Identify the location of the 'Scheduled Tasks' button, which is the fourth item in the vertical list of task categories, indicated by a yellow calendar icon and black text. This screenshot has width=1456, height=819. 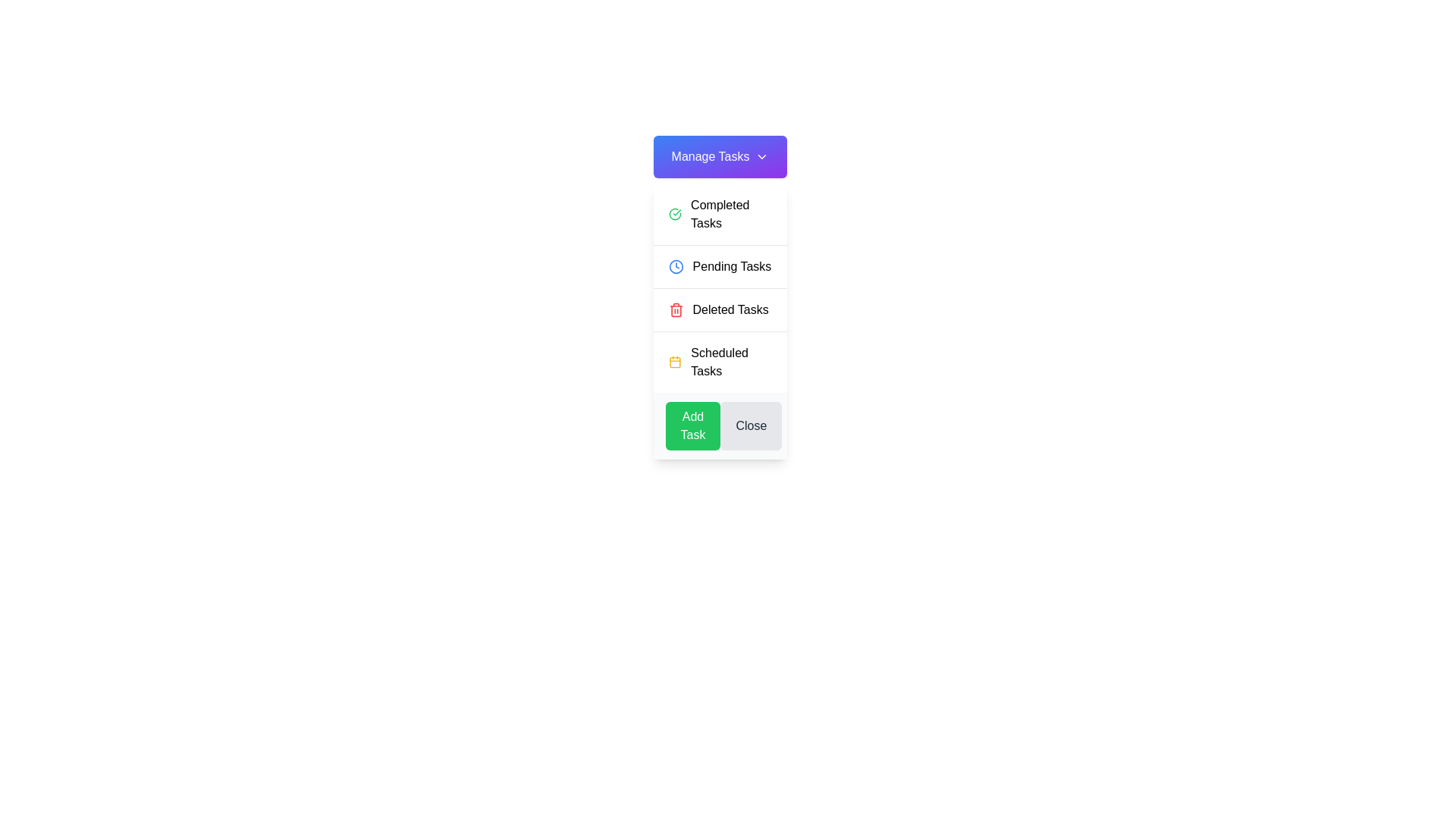
(720, 362).